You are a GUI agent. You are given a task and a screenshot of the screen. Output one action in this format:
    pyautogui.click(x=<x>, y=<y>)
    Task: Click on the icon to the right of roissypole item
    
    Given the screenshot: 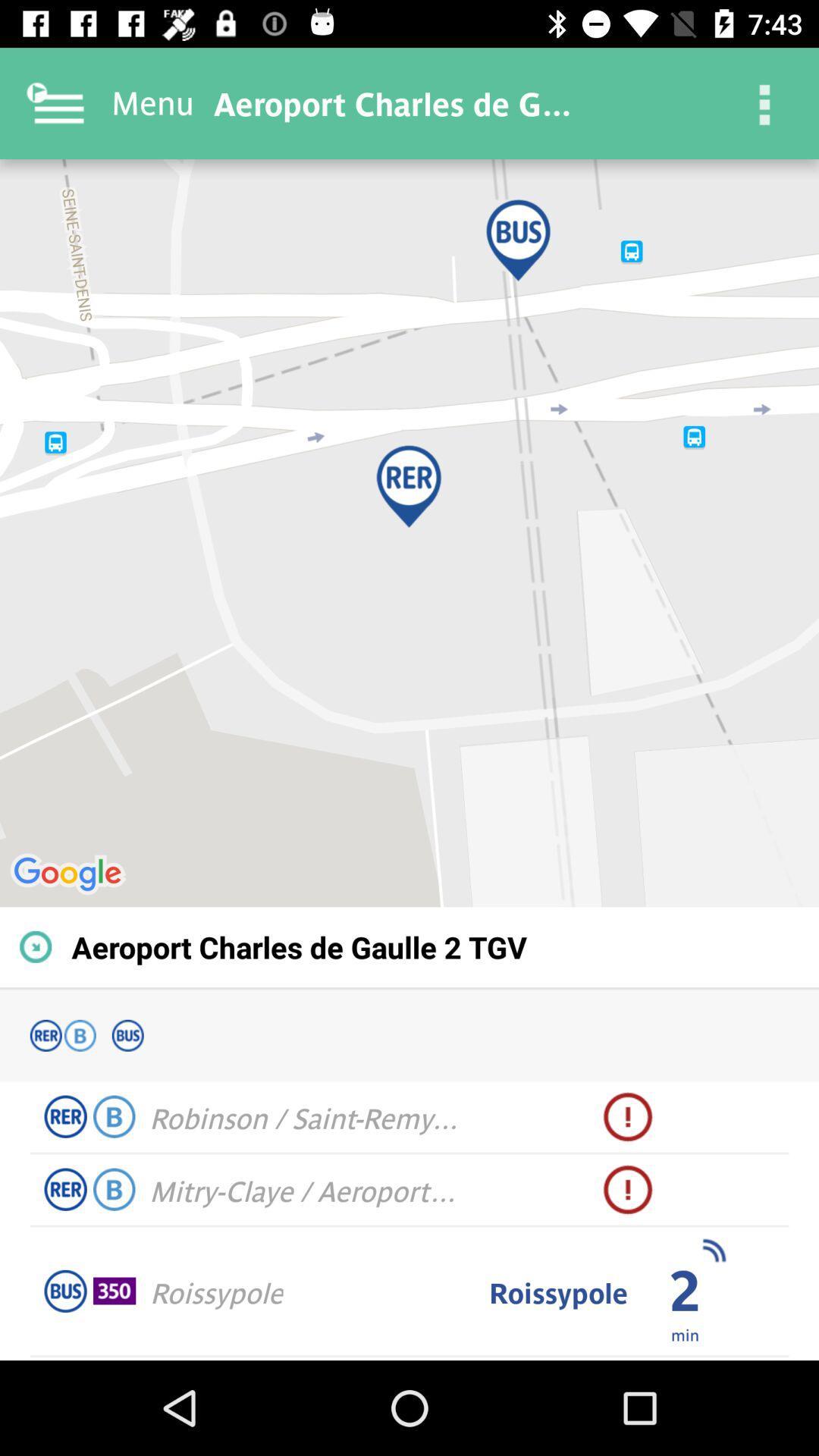 What is the action you would take?
    pyautogui.click(x=685, y=1333)
    